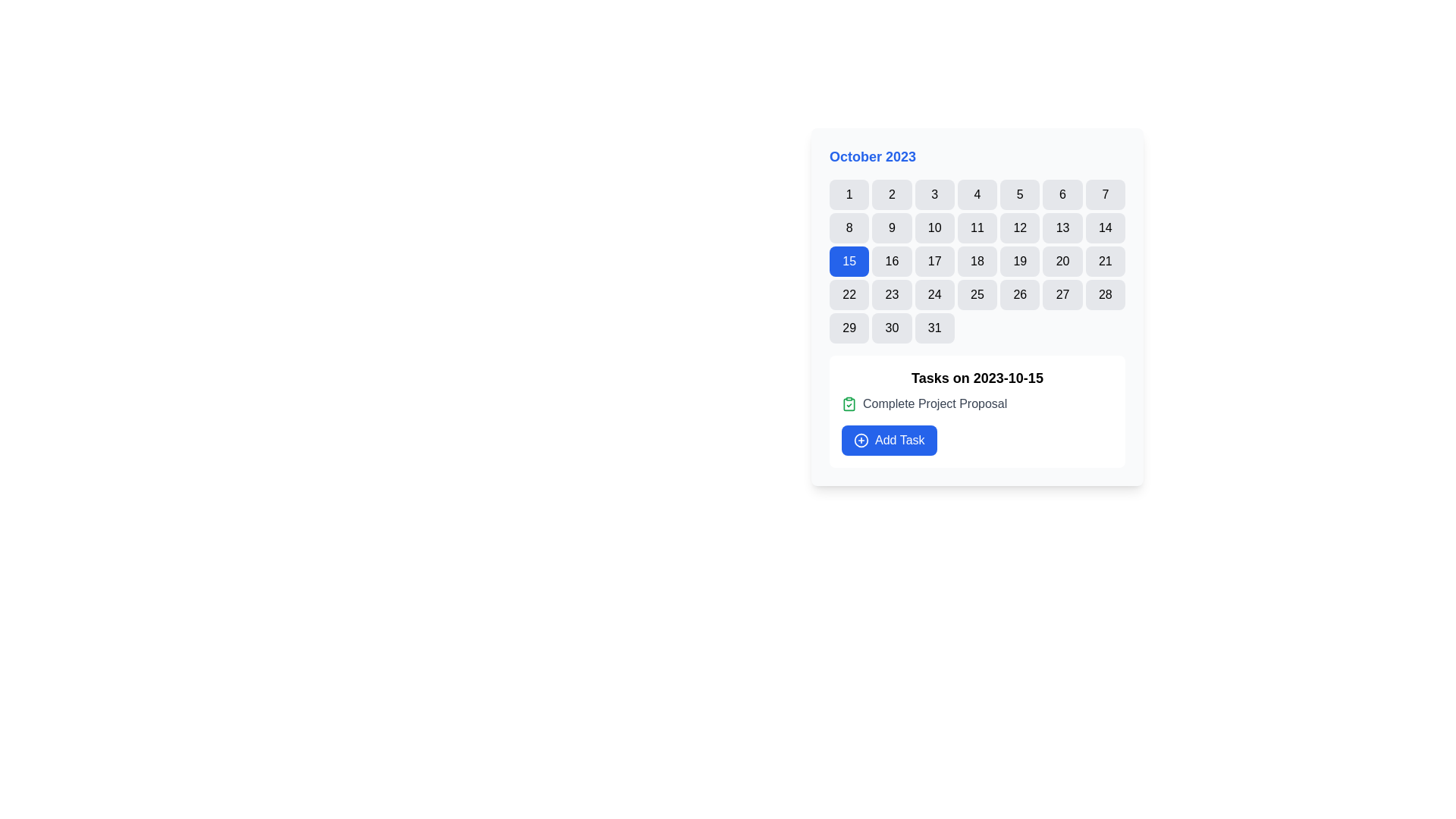 This screenshot has width=1456, height=819. What do you see at coordinates (849, 227) in the screenshot?
I see `the calendar day button displaying the number '8'` at bounding box center [849, 227].